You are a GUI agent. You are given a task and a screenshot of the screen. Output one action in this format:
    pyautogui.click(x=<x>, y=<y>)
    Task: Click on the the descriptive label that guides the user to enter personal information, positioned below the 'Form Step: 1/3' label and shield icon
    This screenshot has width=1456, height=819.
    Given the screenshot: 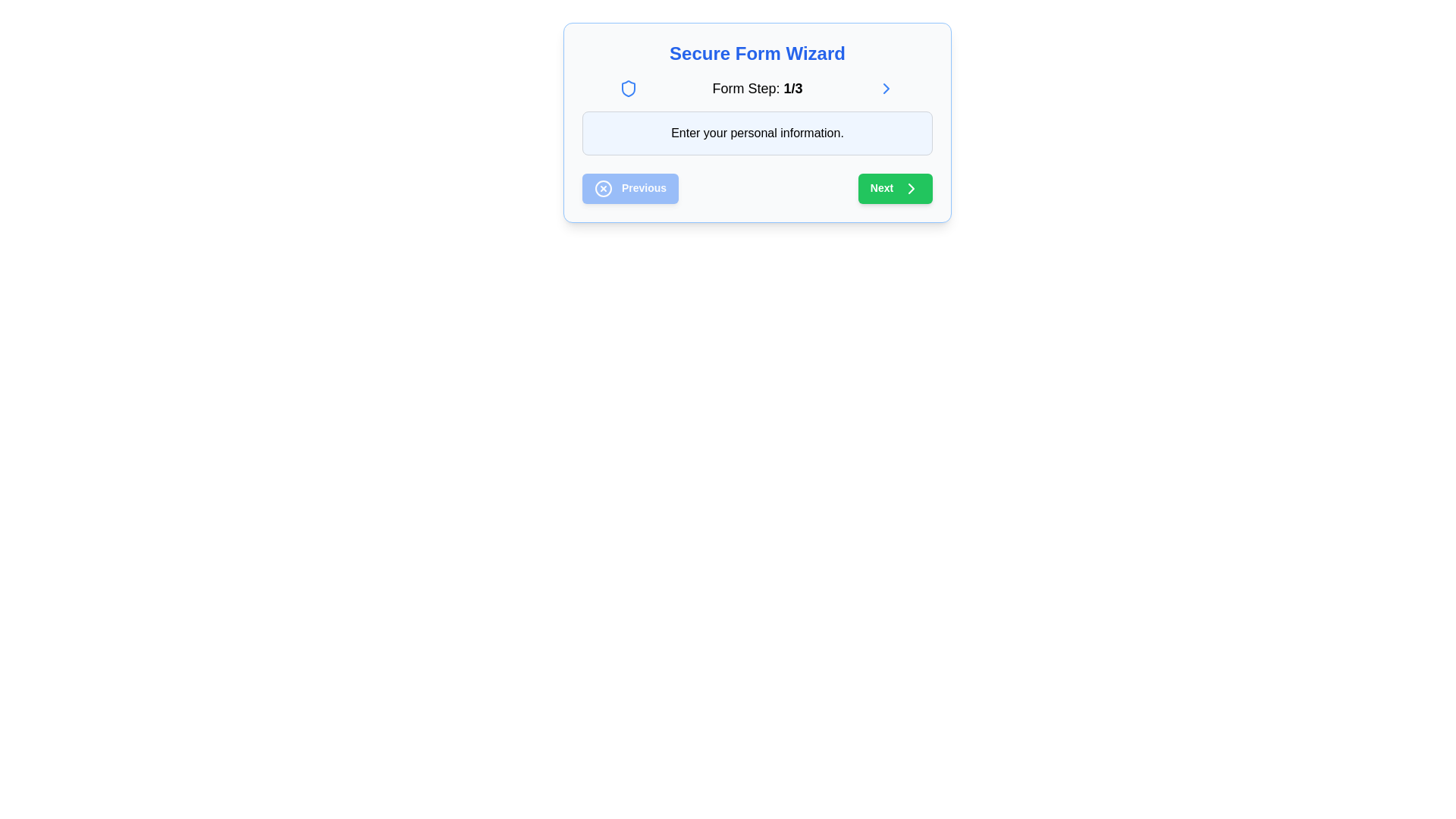 What is the action you would take?
    pyautogui.click(x=757, y=133)
    